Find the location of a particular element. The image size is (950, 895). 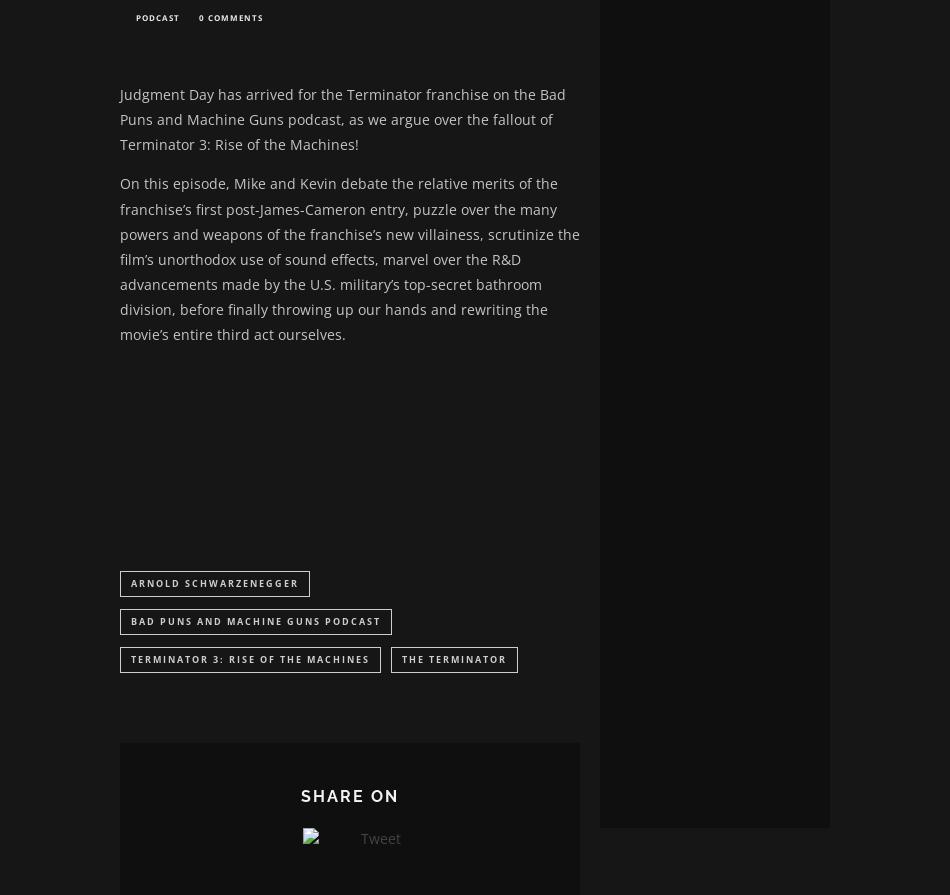

'Terminator 3: Rise of the Machines' is located at coordinates (249, 662).